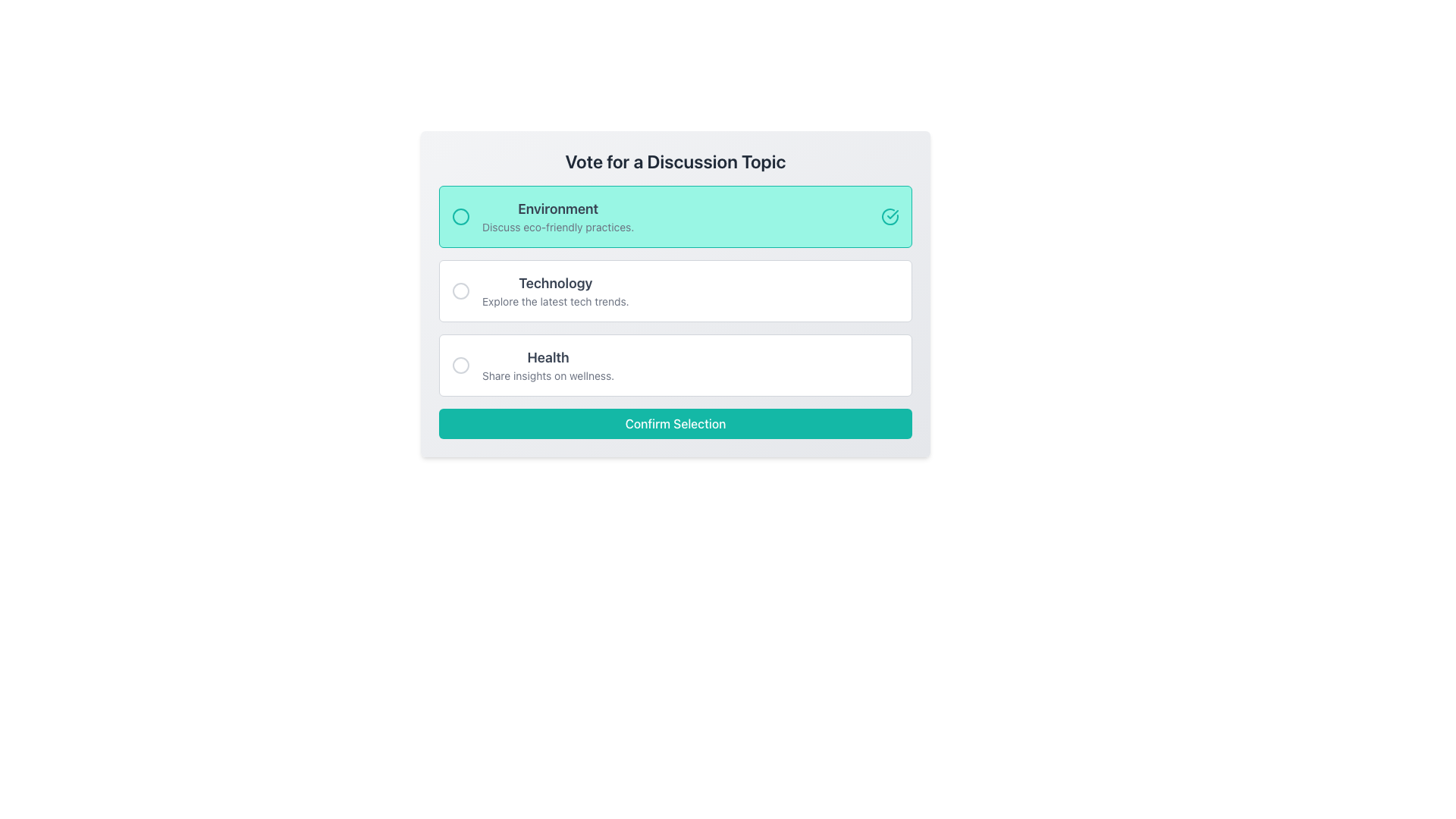 Image resolution: width=1456 pixels, height=819 pixels. What do you see at coordinates (543, 216) in the screenshot?
I see `the selectable list item titled 'Environment' which is the uppermost choice in the list 'Vote for a Discussion Topic'` at bounding box center [543, 216].